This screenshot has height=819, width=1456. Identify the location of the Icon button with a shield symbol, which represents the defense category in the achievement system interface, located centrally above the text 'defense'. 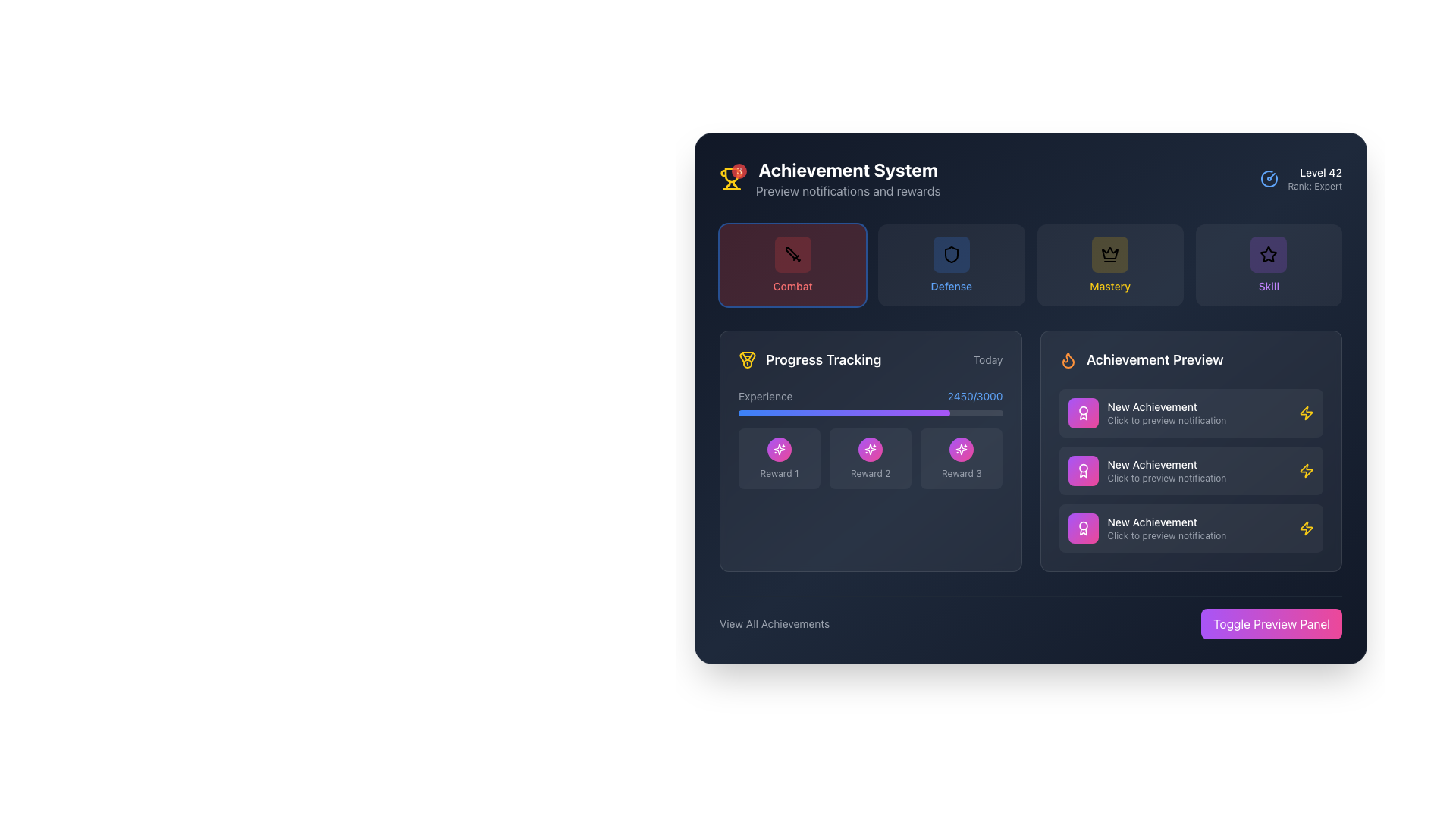
(950, 253).